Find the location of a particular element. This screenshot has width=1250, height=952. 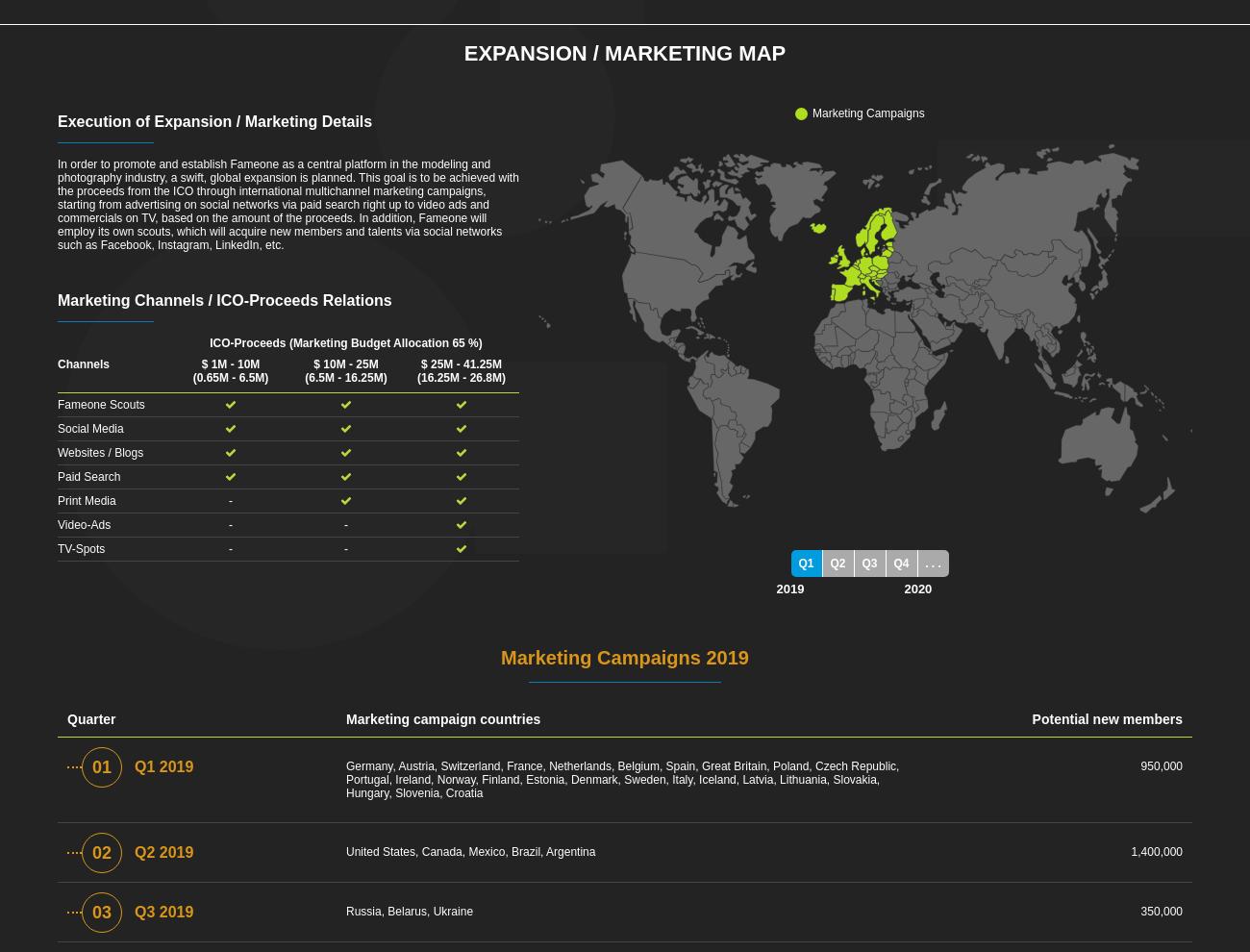

'350,000' is located at coordinates (1160, 912).